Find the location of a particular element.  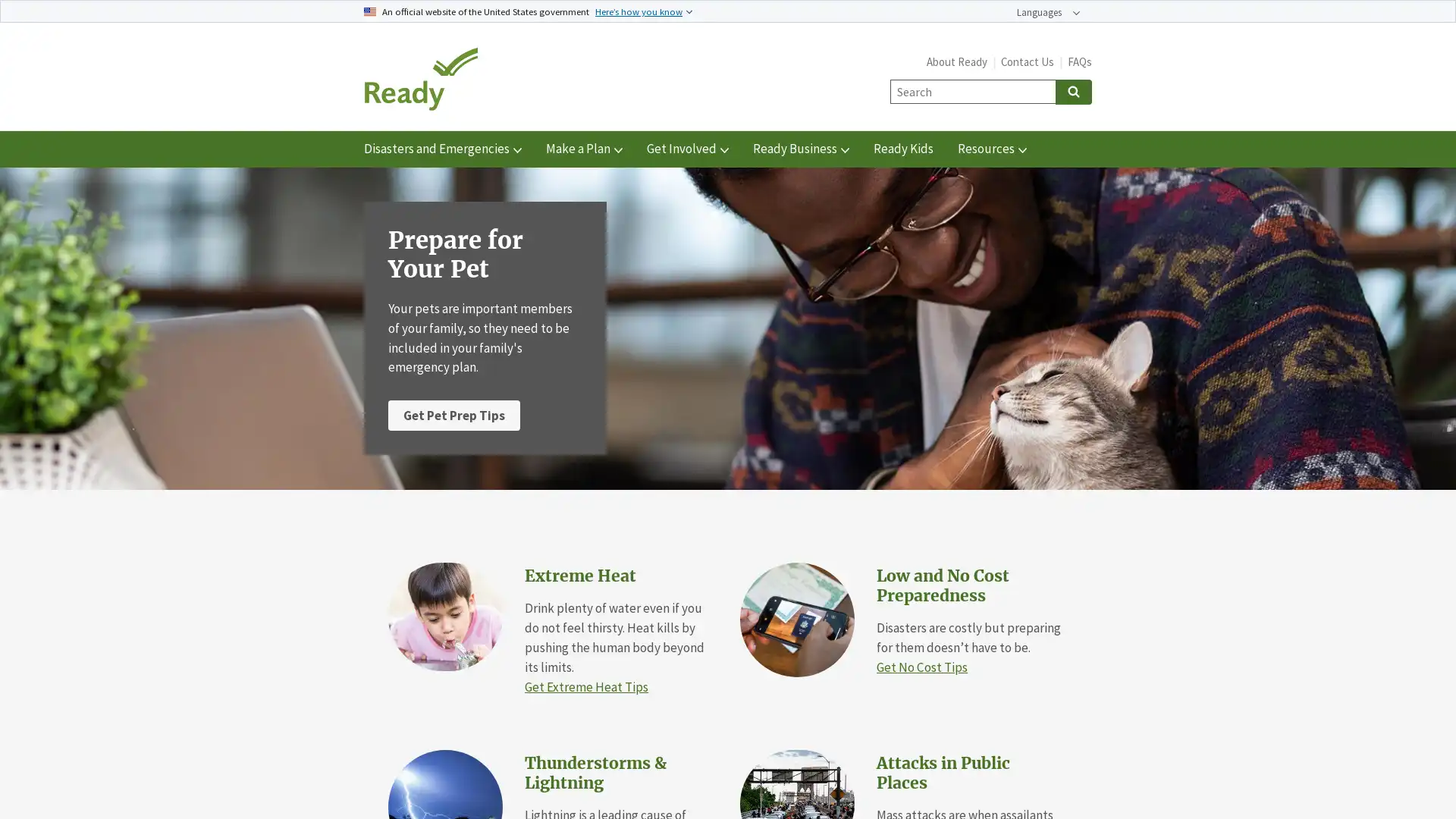

Heres how you know is located at coordinates (644, 11).